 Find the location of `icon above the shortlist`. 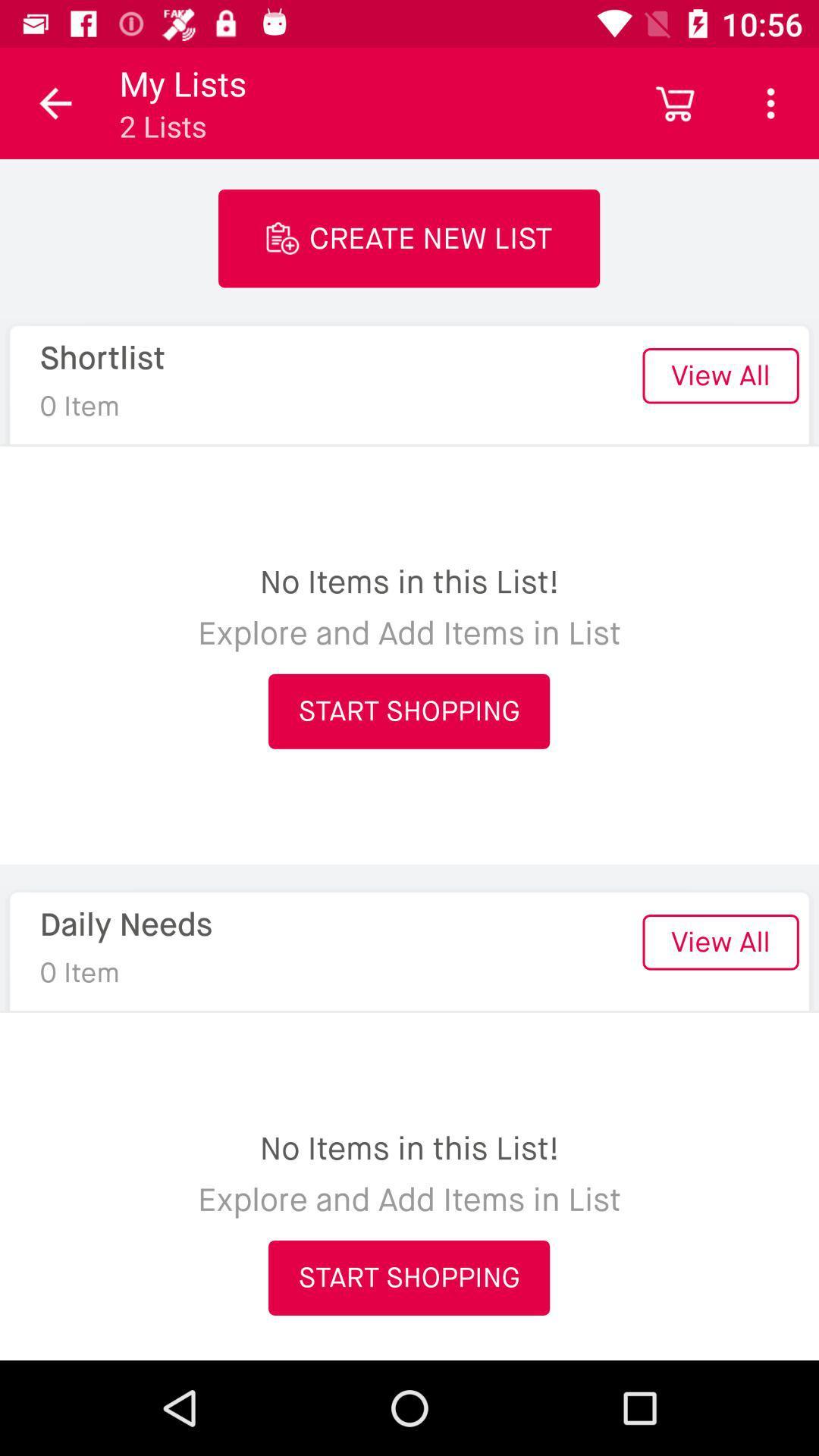

icon above the shortlist is located at coordinates (55, 102).